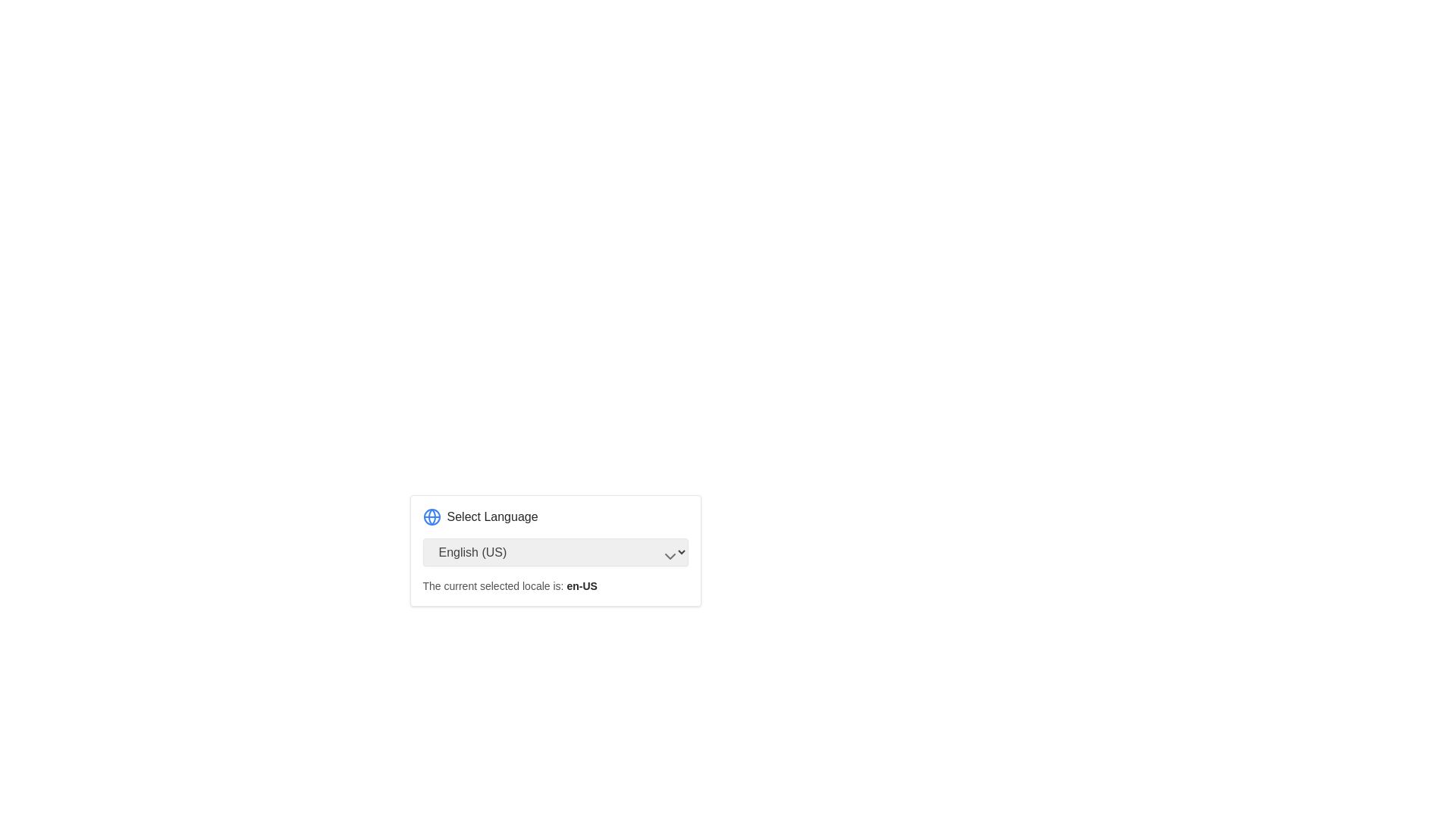 Image resolution: width=1456 pixels, height=819 pixels. What do you see at coordinates (554, 591) in the screenshot?
I see `displayed information about the current locale from the 'Select Language' element, which includes the dropdown and the text stating 'The current selected locale is: en-US'` at bounding box center [554, 591].